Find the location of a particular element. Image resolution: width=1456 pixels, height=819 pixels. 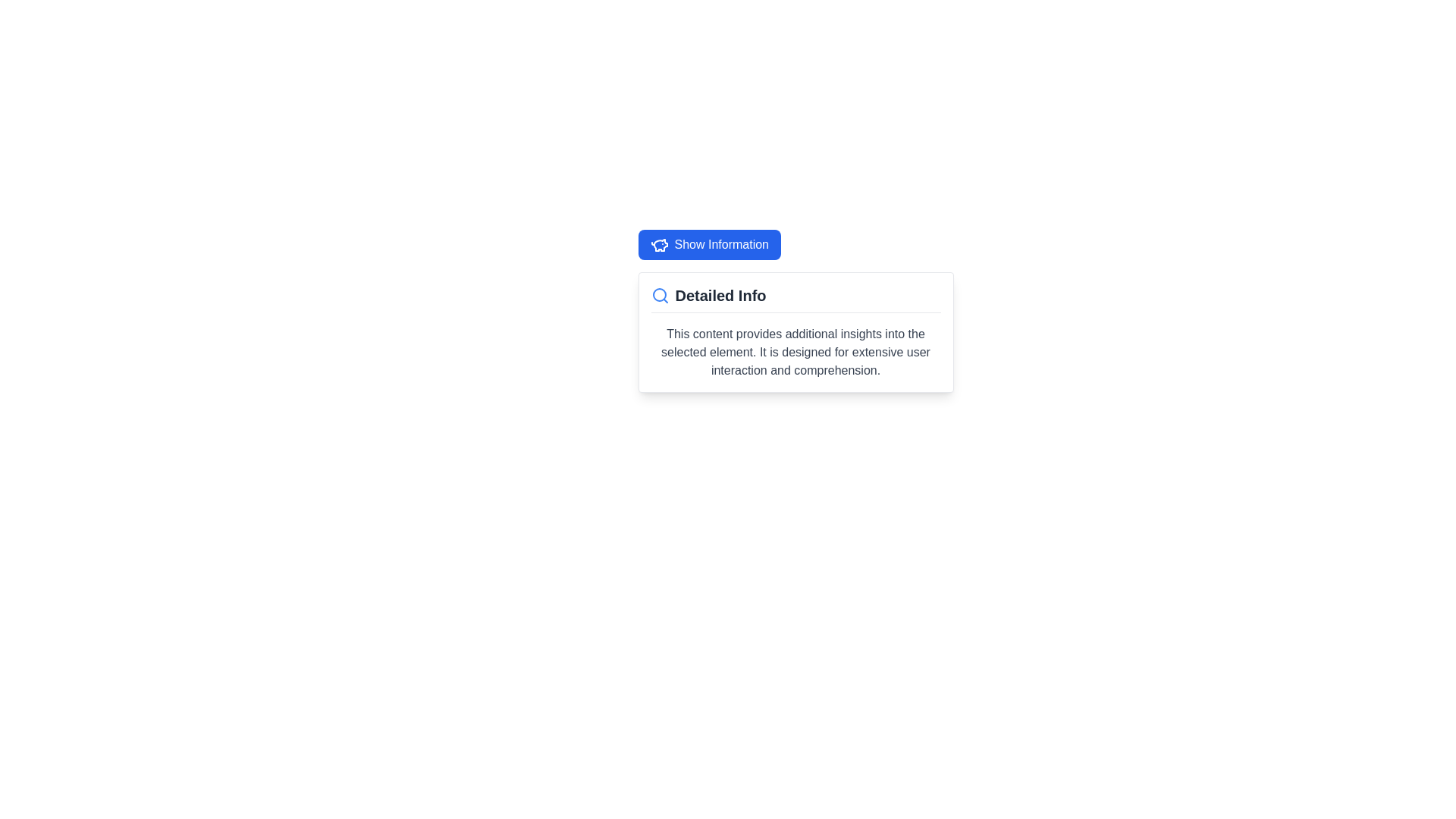

decorative icon representing savings located to the left of the 'Show Information' button is located at coordinates (659, 244).